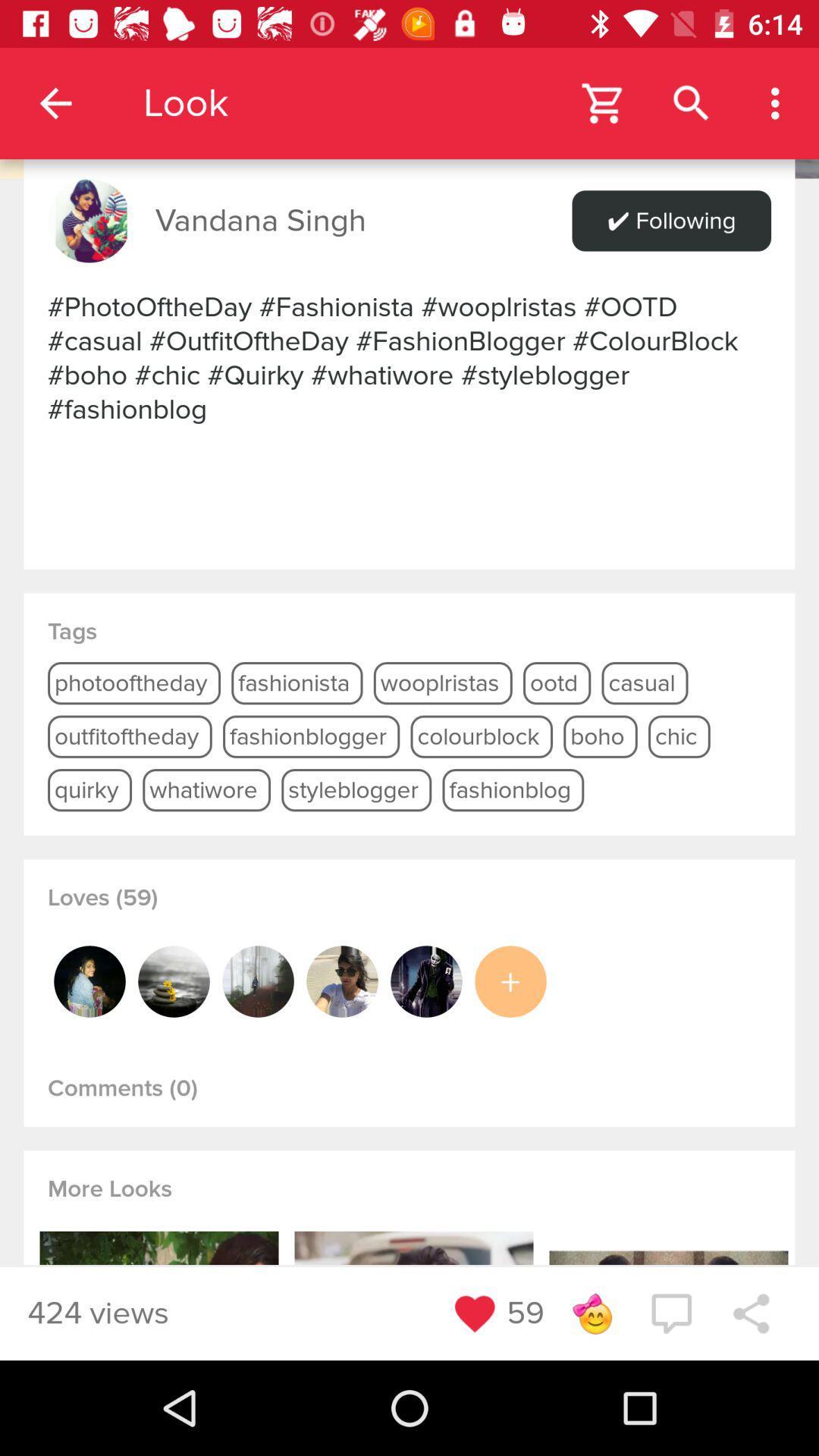  I want to click on the smiley, so click(591, 1313).